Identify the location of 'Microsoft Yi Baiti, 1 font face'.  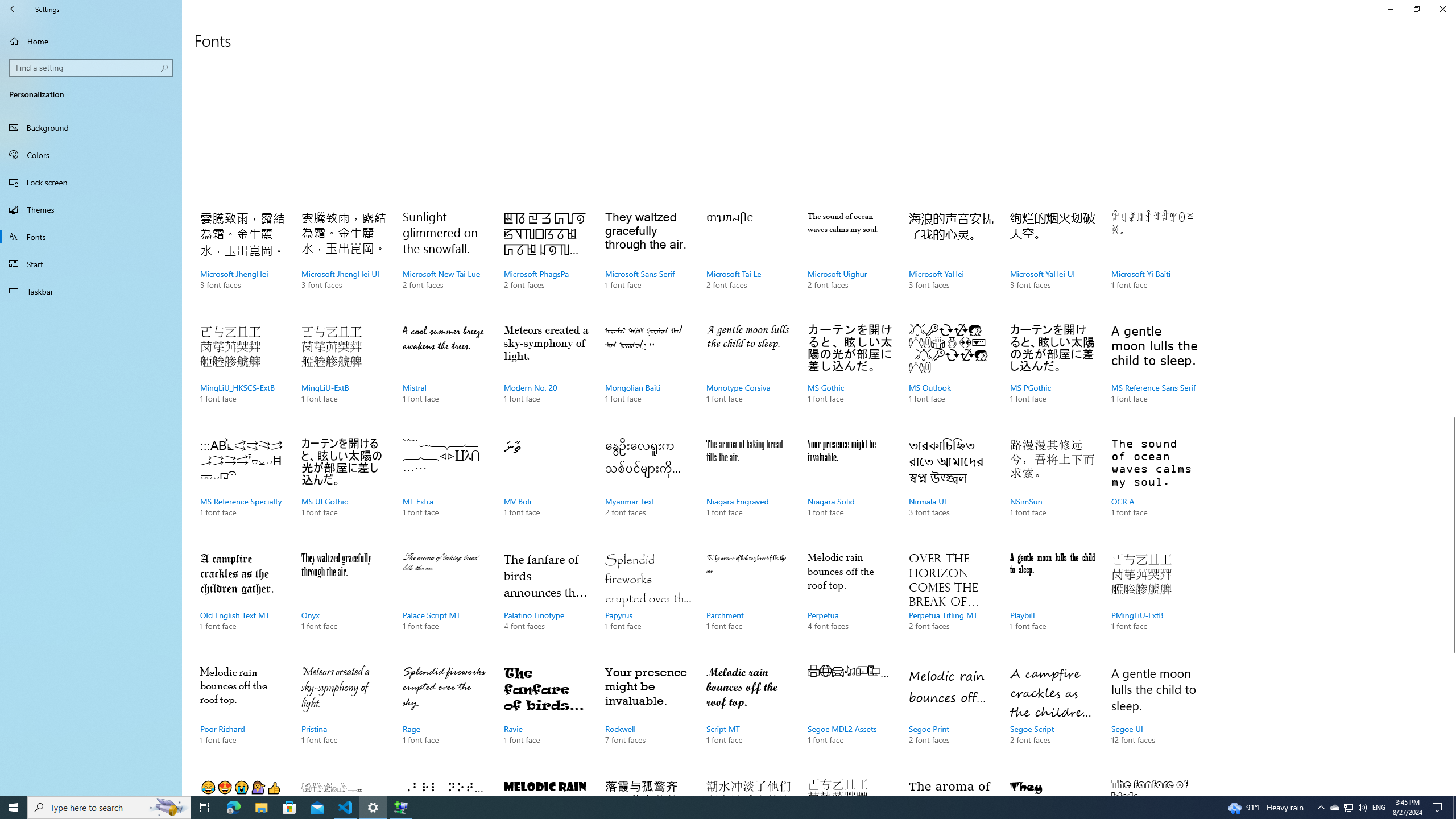
(1153, 261).